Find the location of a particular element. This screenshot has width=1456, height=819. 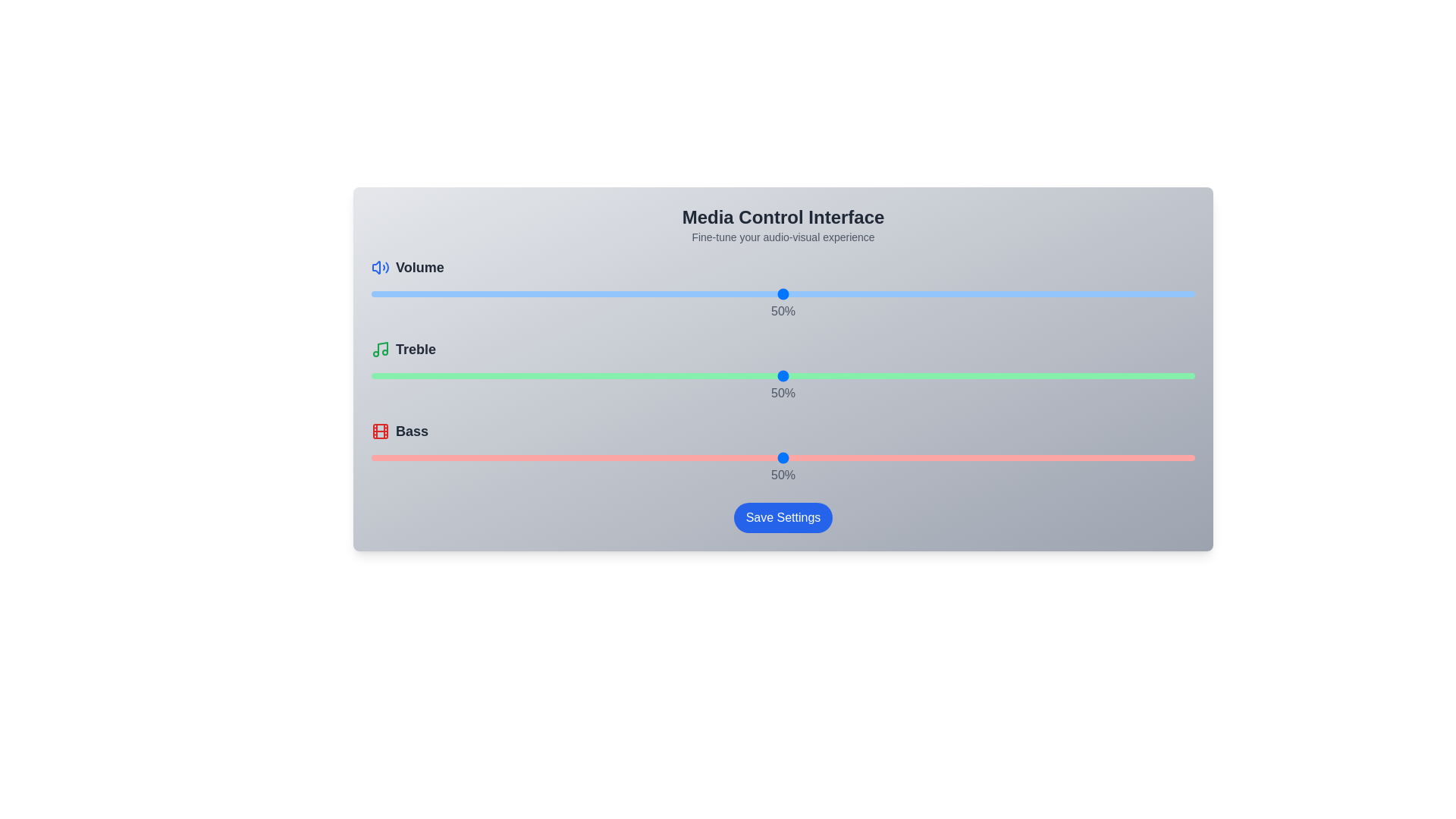

the slider value is located at coordinates (544, 375).